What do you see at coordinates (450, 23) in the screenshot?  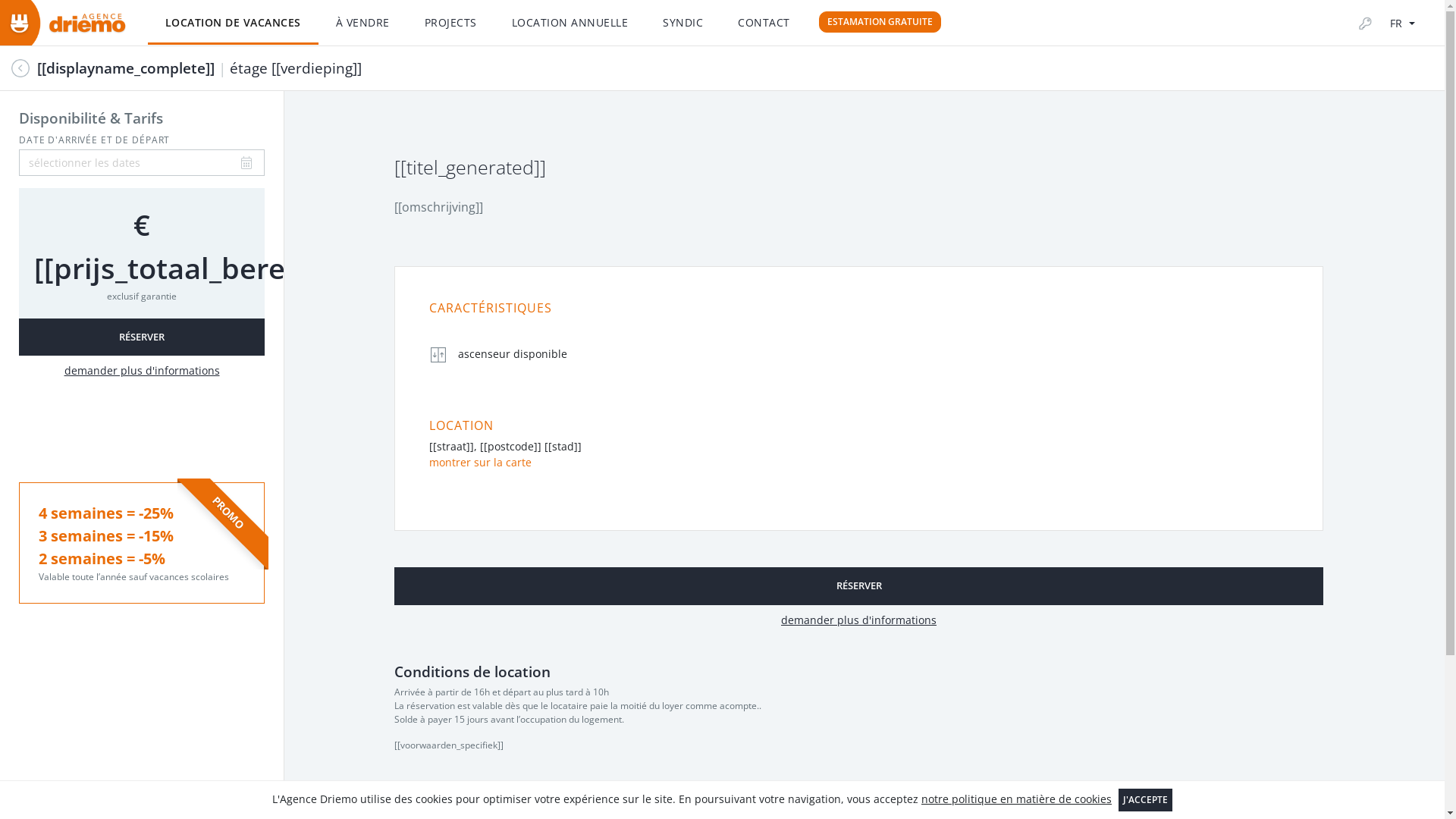 I see `'PROJECTS'` at bounding box center [450, 23].